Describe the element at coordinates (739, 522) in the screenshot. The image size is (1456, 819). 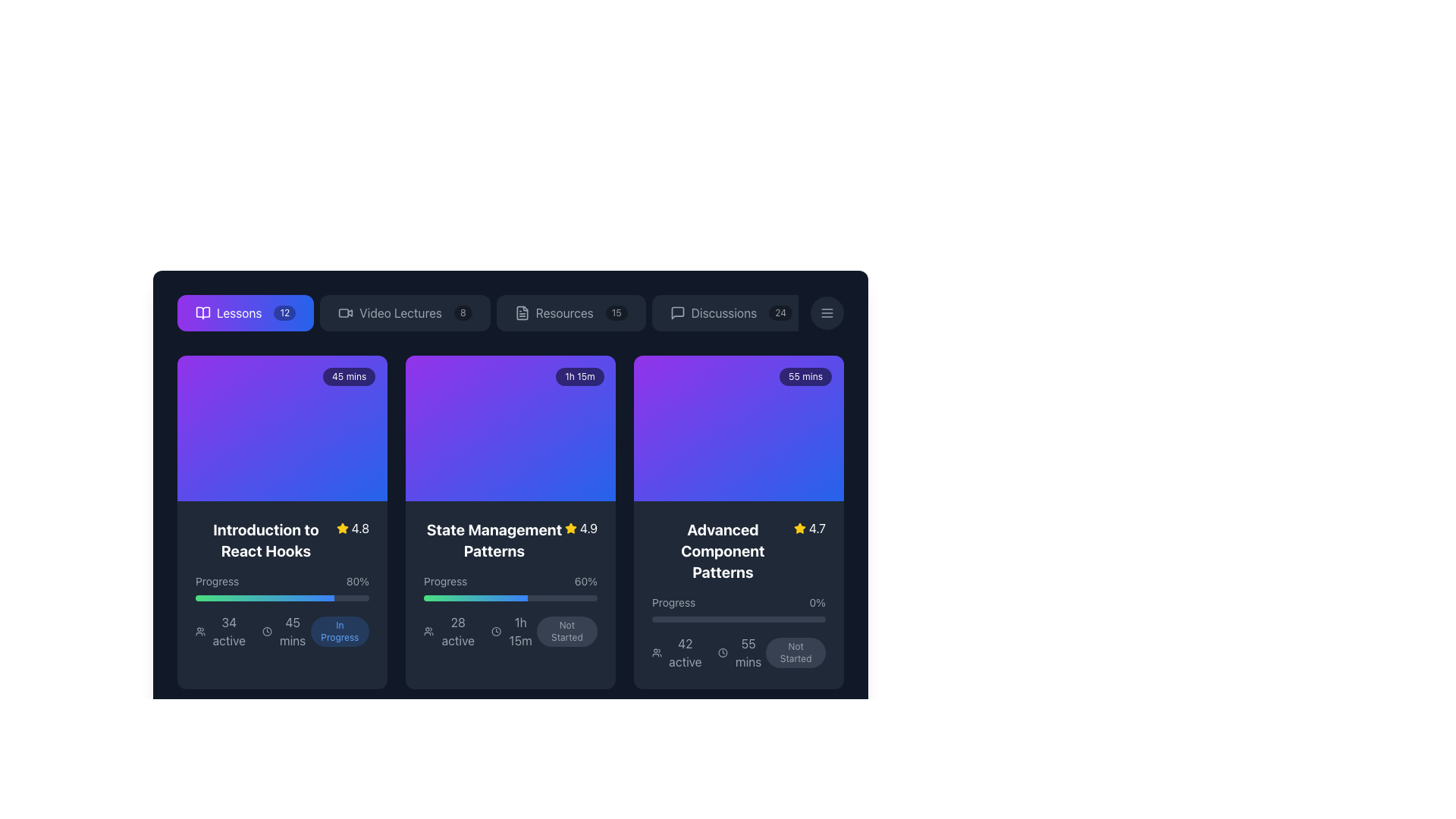
I see `the third educational module card` at that location.